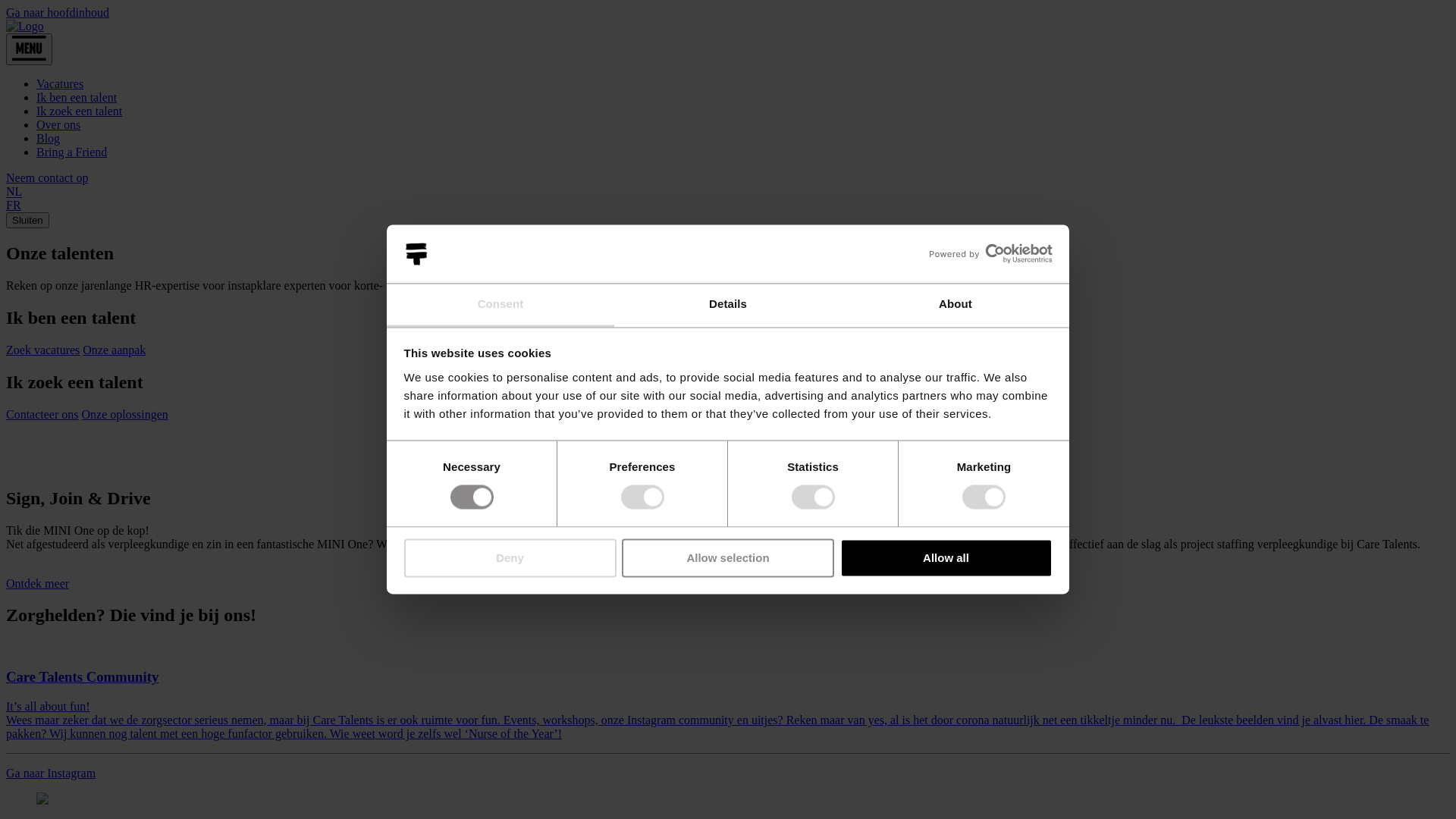 The width and height of the screenshot is (1456, 819). I want to click on 'NL', so click(14, 191).